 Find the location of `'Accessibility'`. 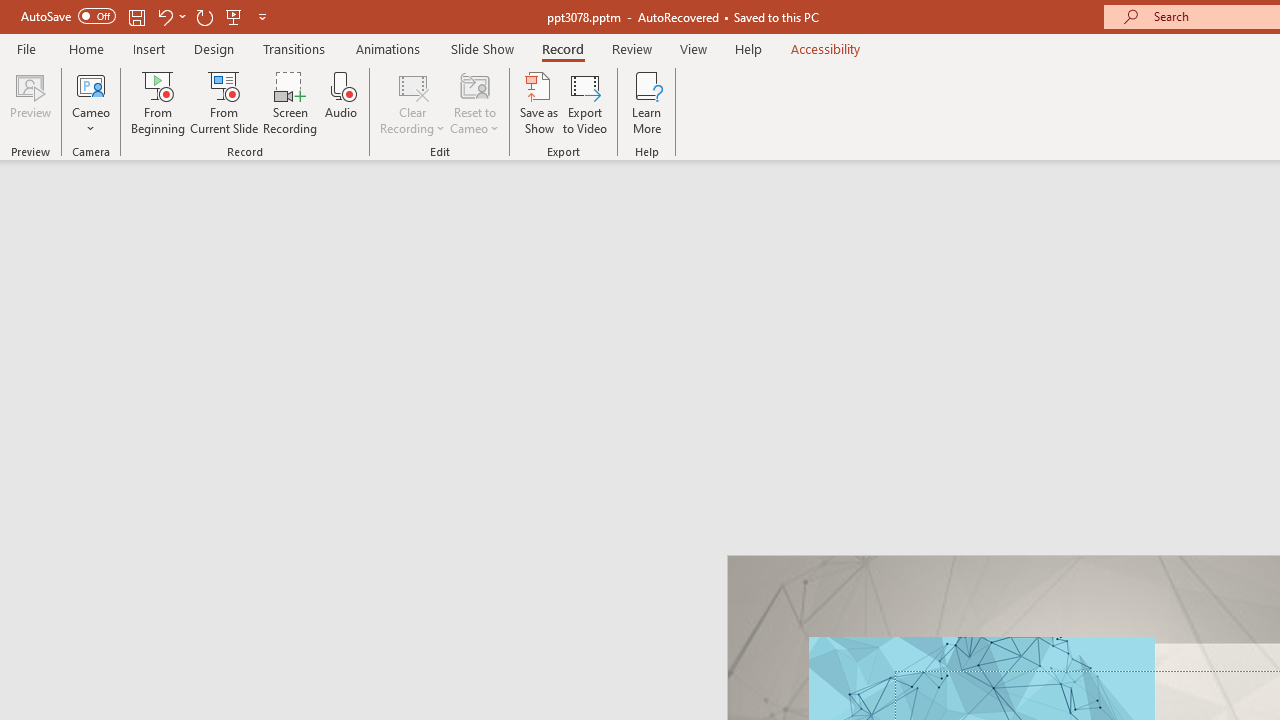

'Accessibility' is located at coordinates (826, 48).